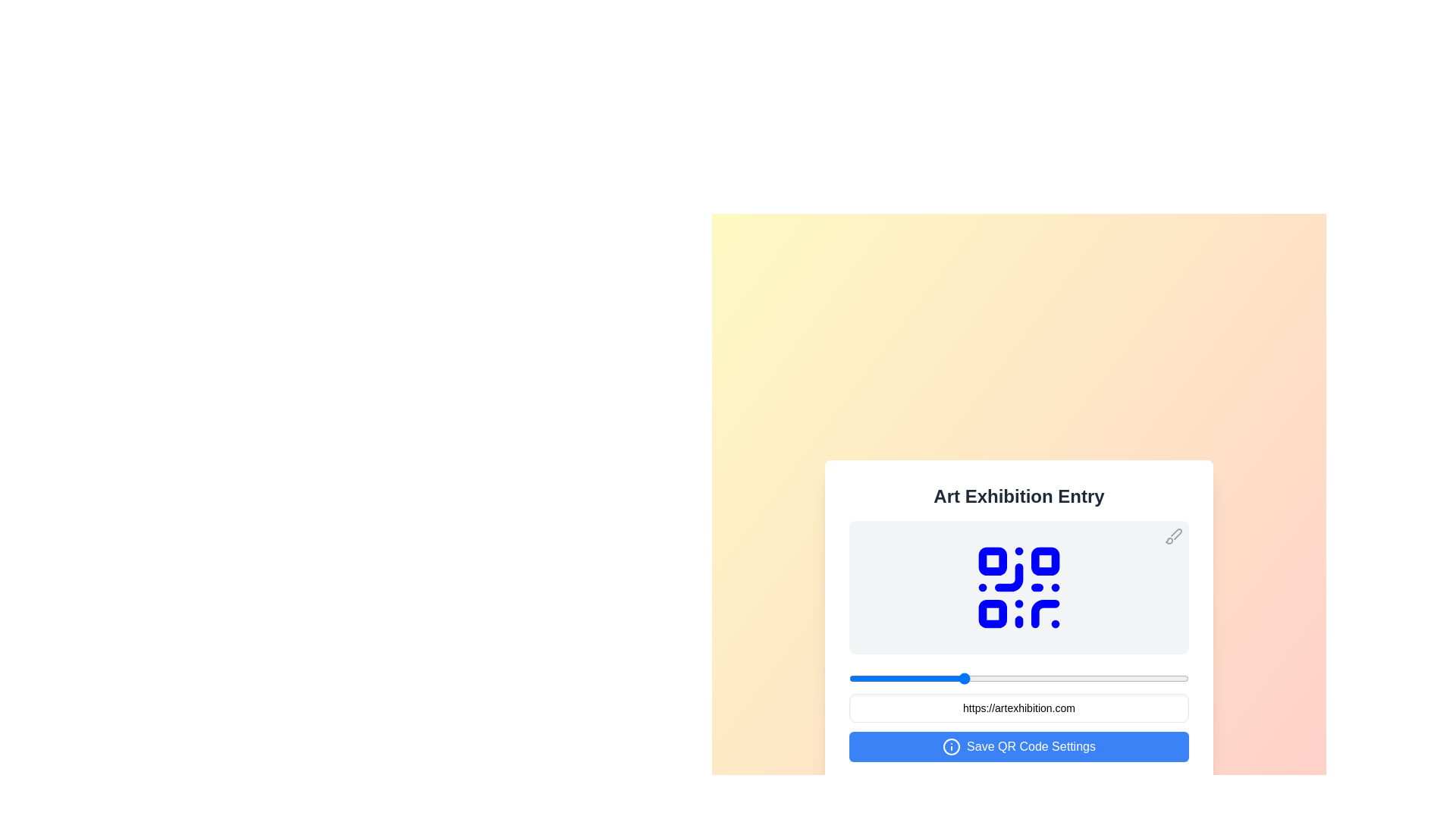 Image resolution: width=1456 pixels, height=819 pixels. What do you see at coordinates (1009, 577) in the screenshot?
I see `the small geometric vector art style shape that forms a segment of a QR code, which is part of the larger QR code in the center of the interface` at bounding box center [1009, 577].